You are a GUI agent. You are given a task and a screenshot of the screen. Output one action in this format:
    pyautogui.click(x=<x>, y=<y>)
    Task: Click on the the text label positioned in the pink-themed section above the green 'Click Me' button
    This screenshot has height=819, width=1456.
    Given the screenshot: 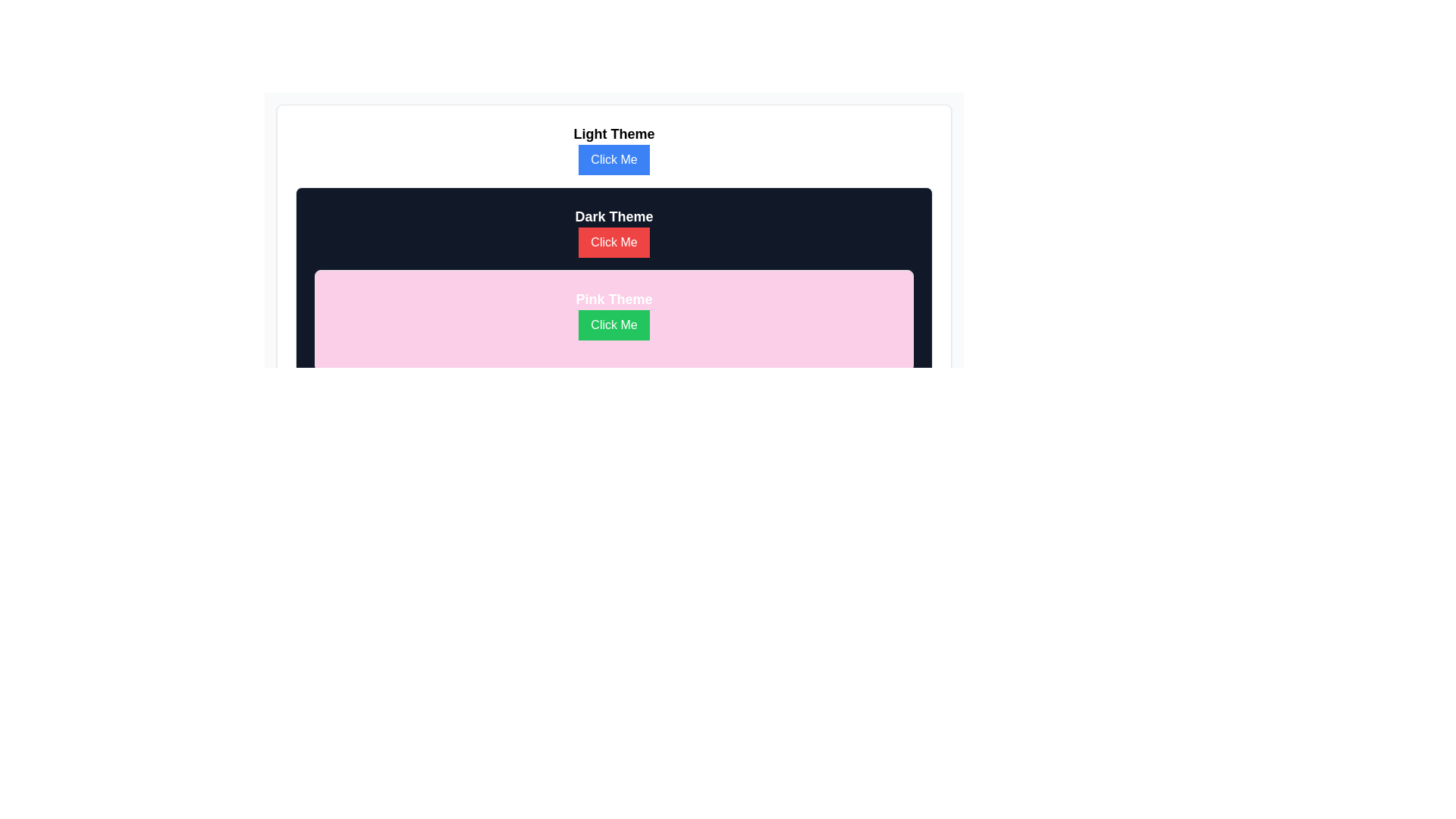 What is the action you would take?
    pyautogui.click(x=614, y=299)
    